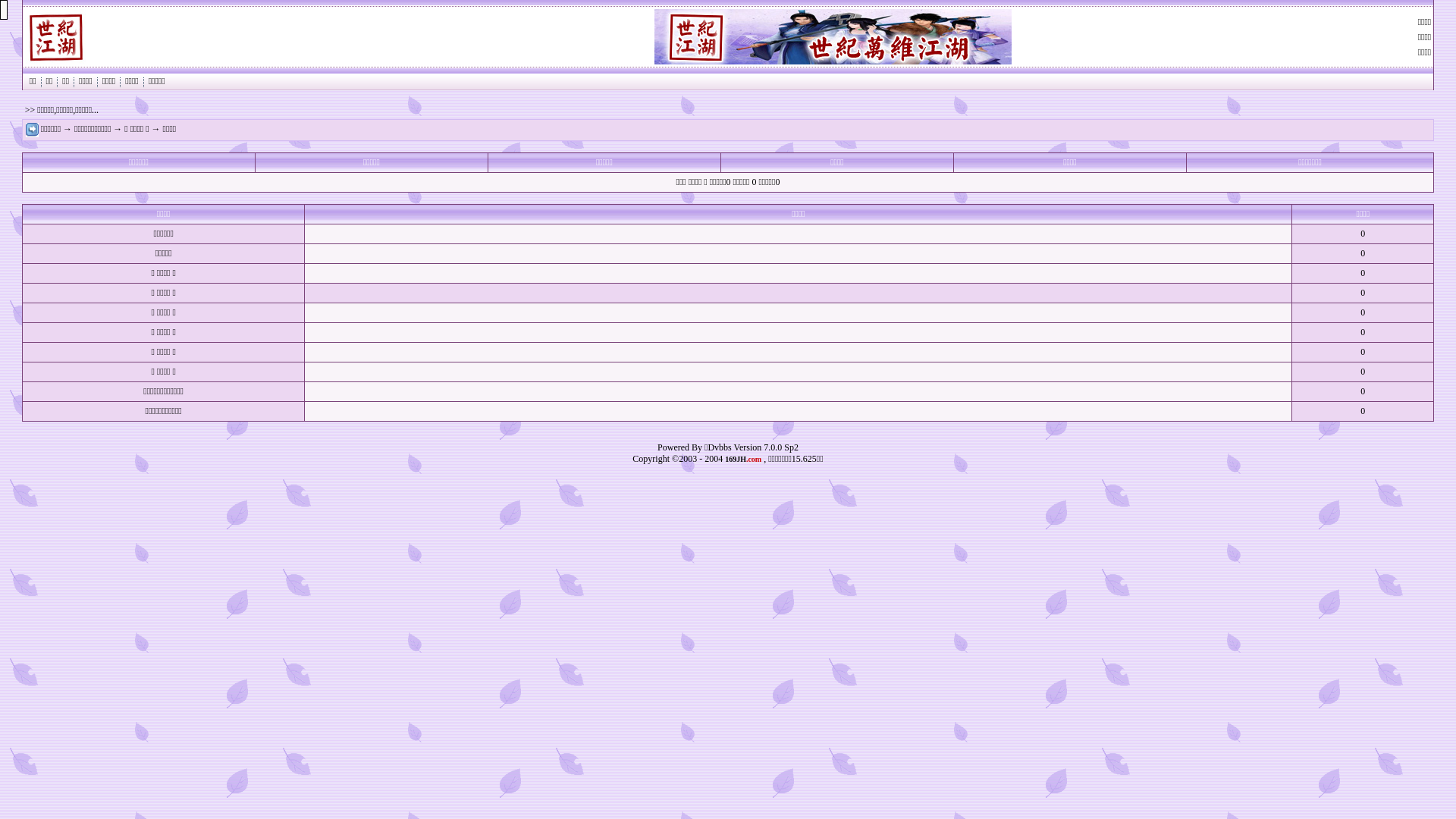  What do you see at coordinates (742, 458) in the screenshot?
I see `'169JH.com'` at bounding box center [742, 458].